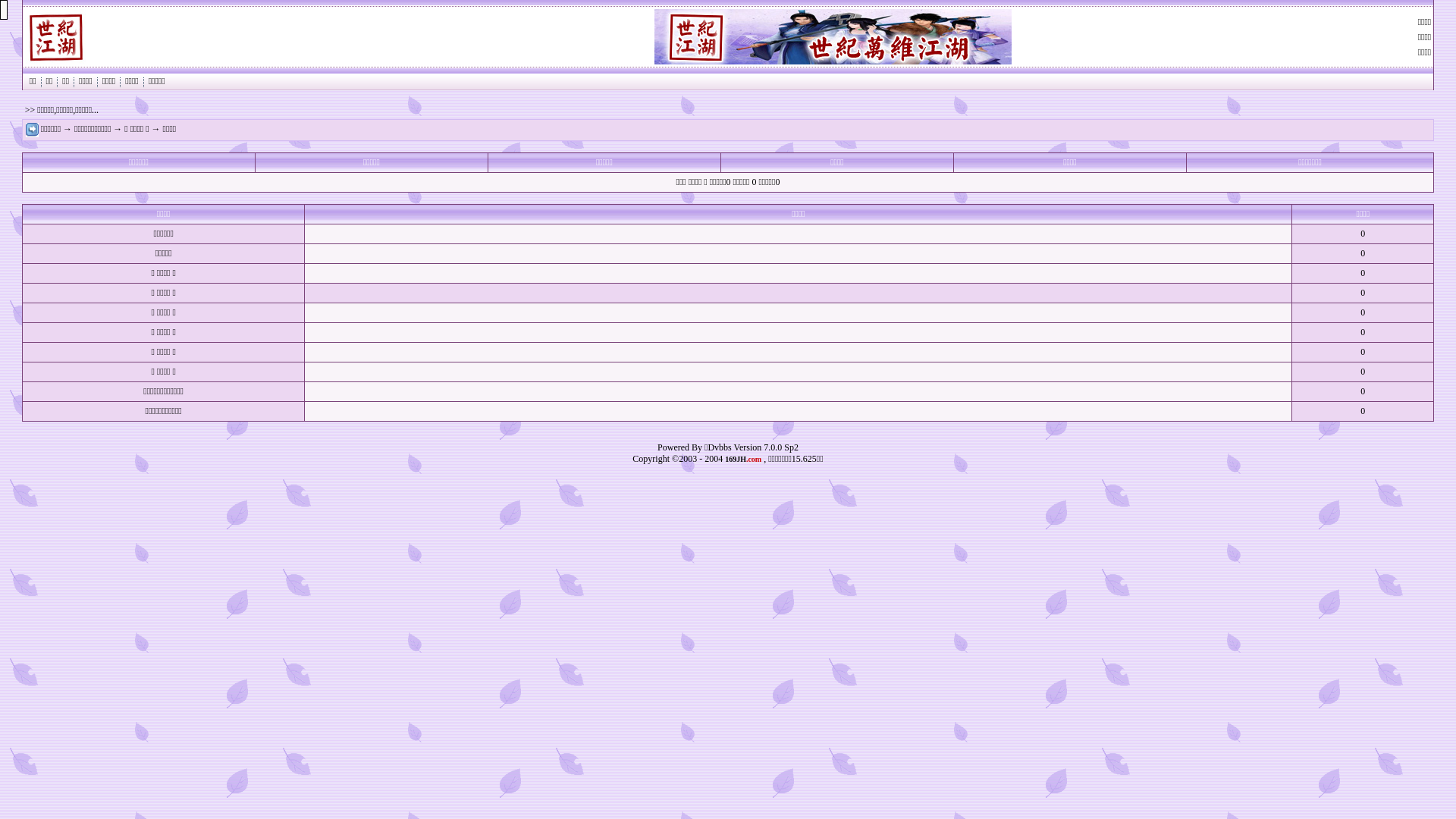  What do you see at coordinates (742, 458) in the screenshot?
I see `'169JH.com'` at bounding box center [742, 458].